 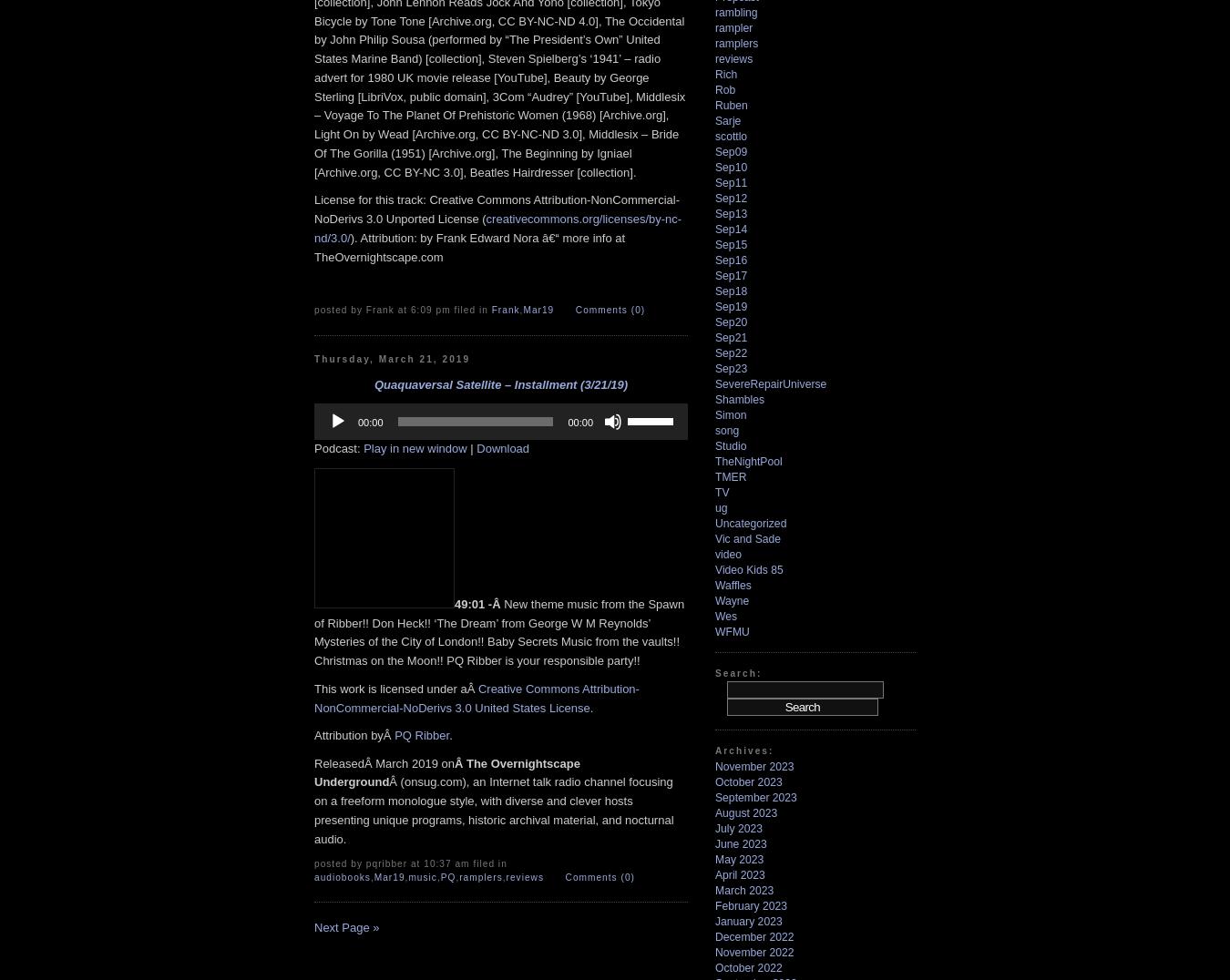 I want to click on 'Sep15', so click(x=731, y=244).